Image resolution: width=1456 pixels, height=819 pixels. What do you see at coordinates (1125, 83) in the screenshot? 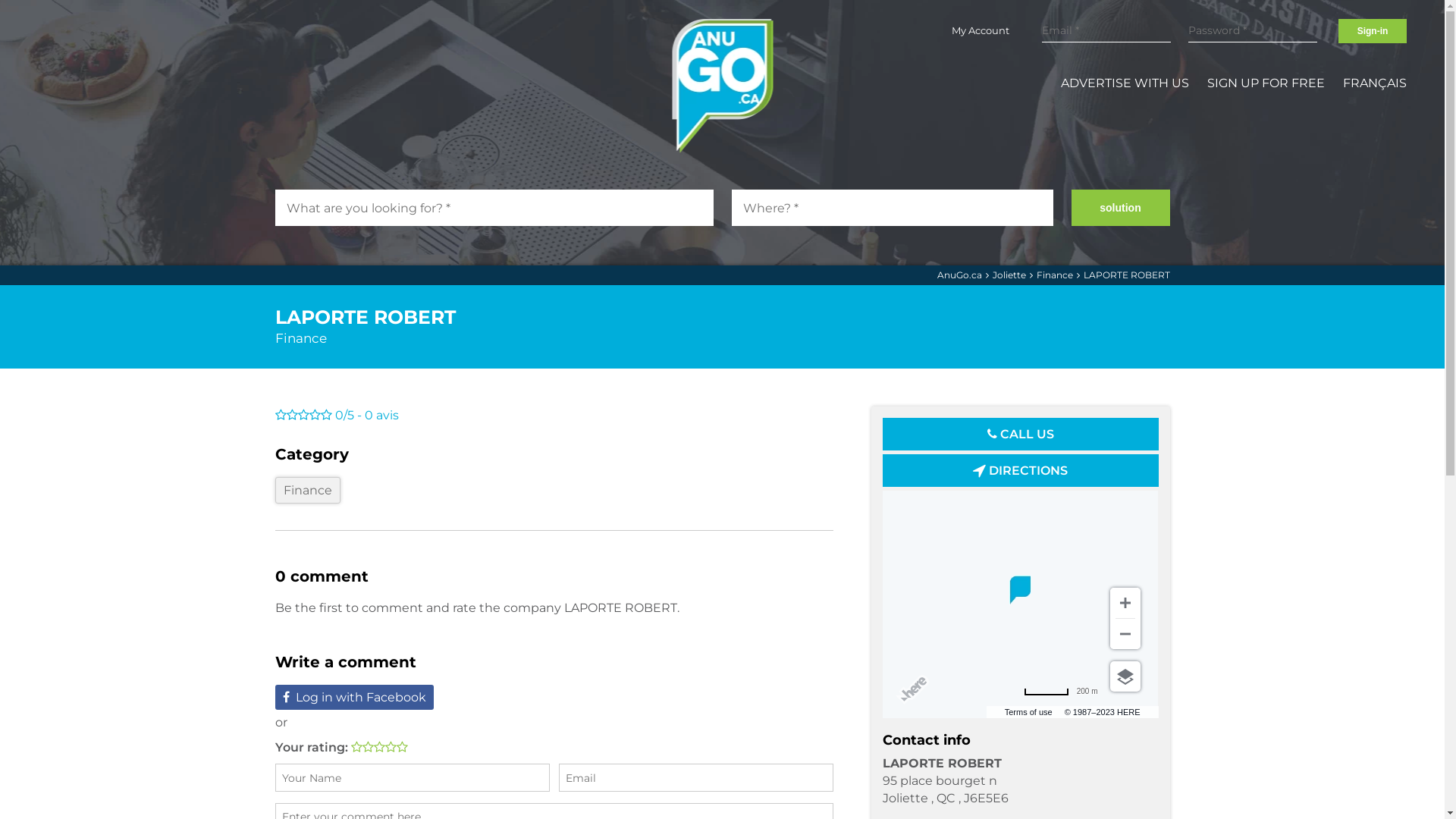
I see `'ADVERTISE WITH US'` at bounding box center [1125, 83].